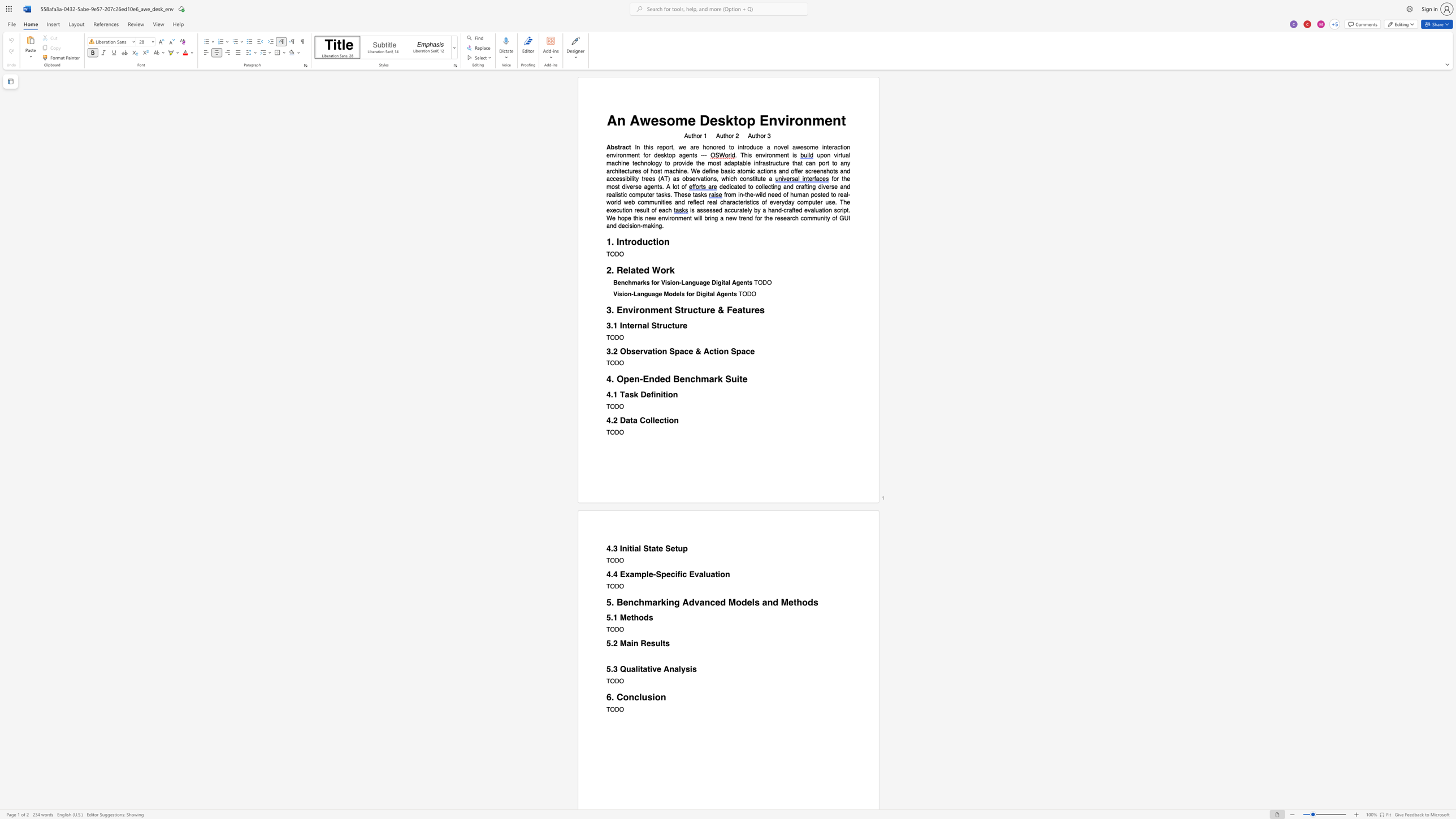 Image resolution: width=1456 pixels, height=819 pixels. Describe the element at coordinates (696, 294) in the screenshot. I see `the subset text "Di" within the text "Vision-Language Models for Digital Agents"` at that location.